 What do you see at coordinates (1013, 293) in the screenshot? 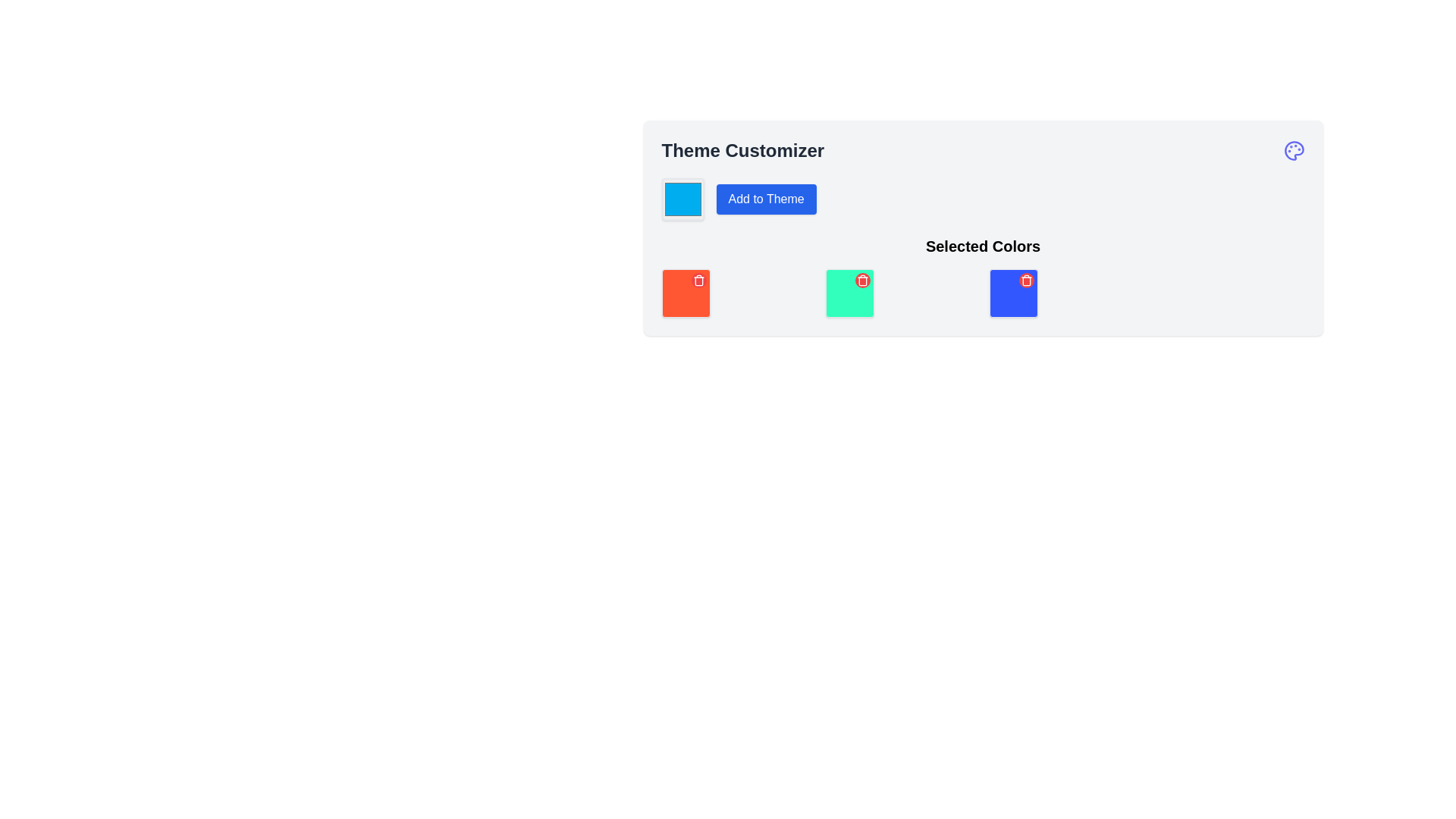
I see `the delete icon on the blue color tile located in the top right corner of the 'Selected Colors' grid` at bounding box center [1013, 293].